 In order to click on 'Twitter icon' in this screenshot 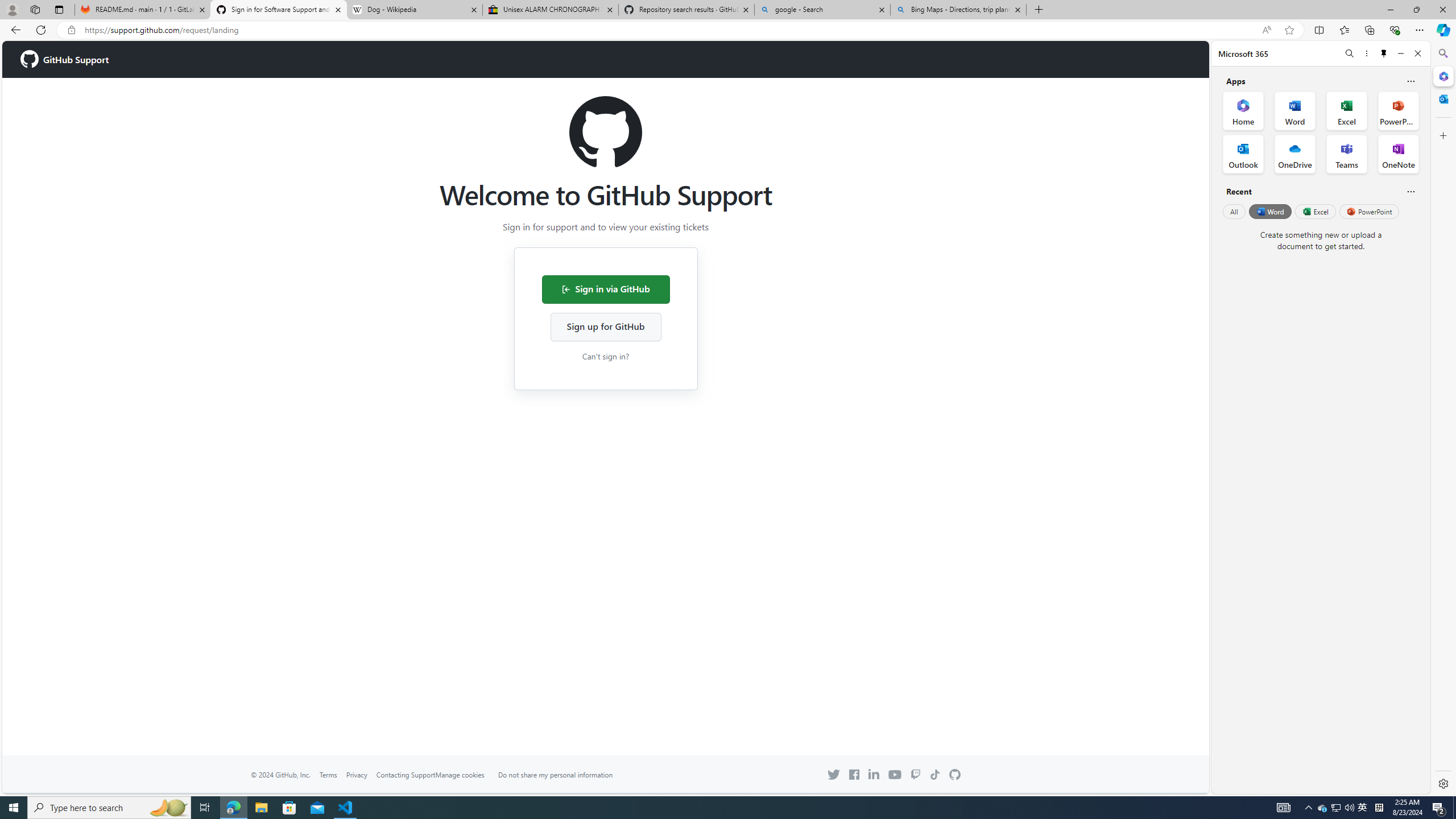, I will do `click(833, 775)`.